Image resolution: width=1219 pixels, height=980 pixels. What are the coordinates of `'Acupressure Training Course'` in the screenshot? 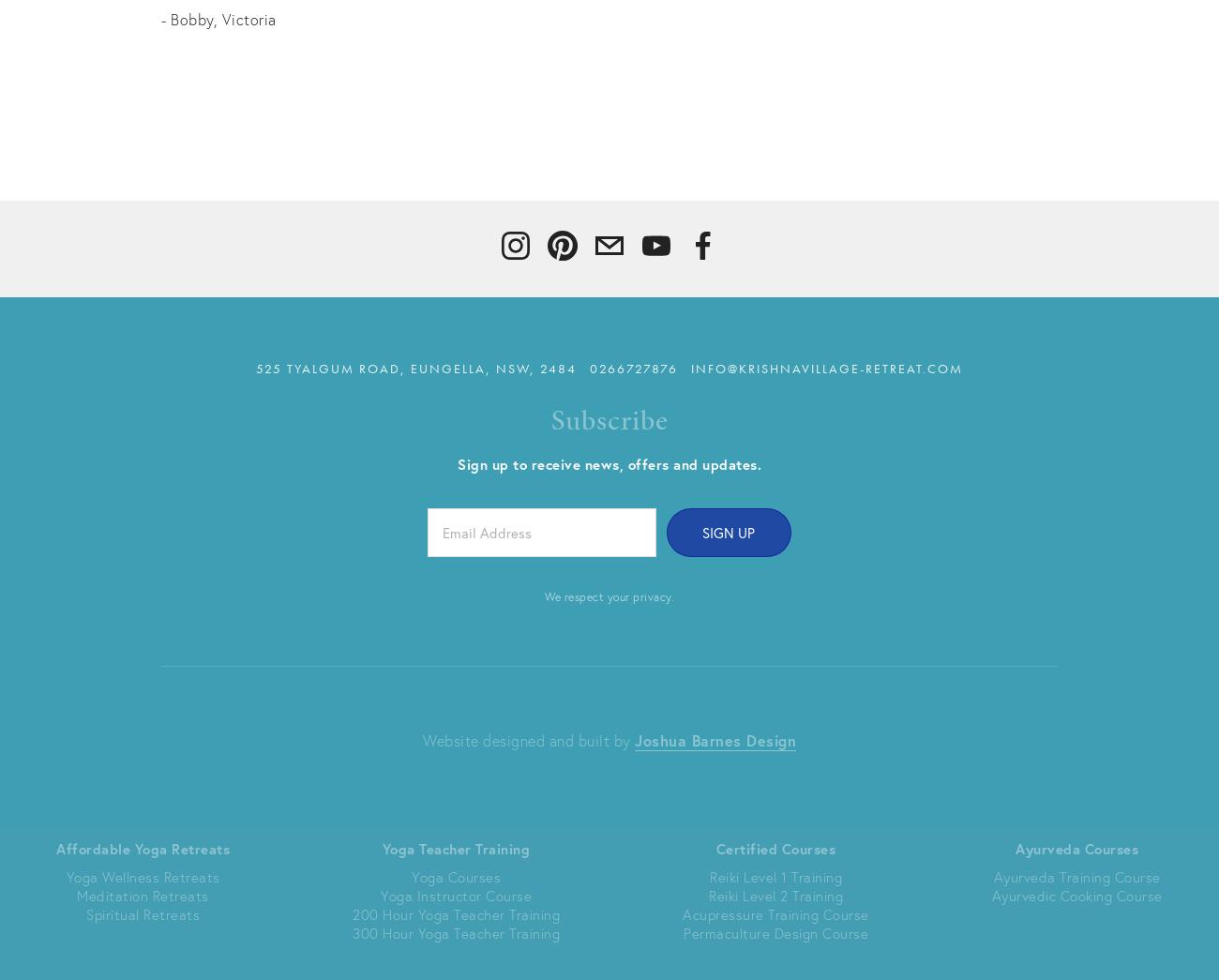 It's located at (775, 912).